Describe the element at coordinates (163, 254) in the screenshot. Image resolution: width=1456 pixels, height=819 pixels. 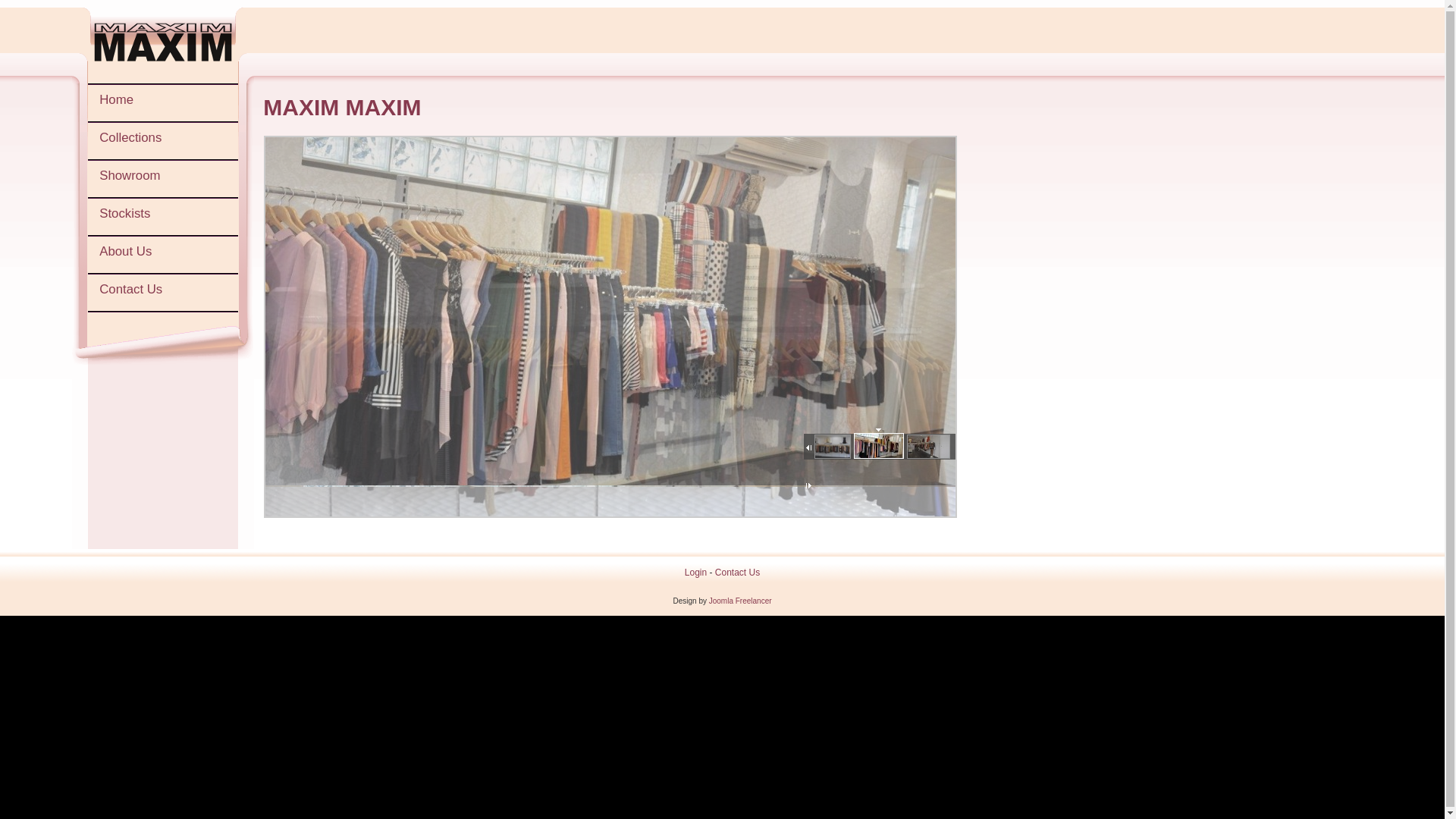
I see `'About Us'` at that location.